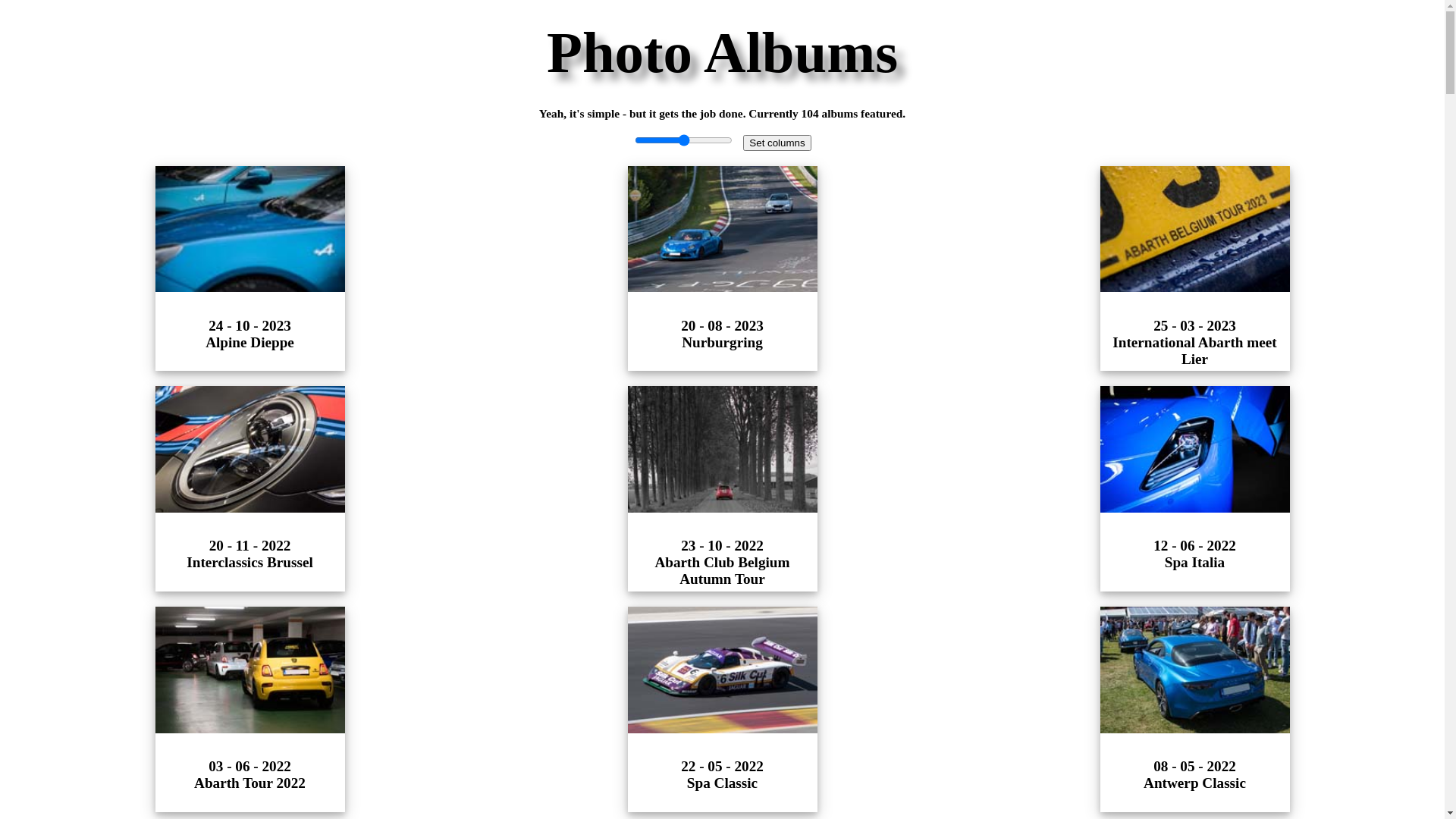  What do you see at coordinates (777, 143) in the screenshot?
I see `'Set columns'` at bounding box center [777, 143].